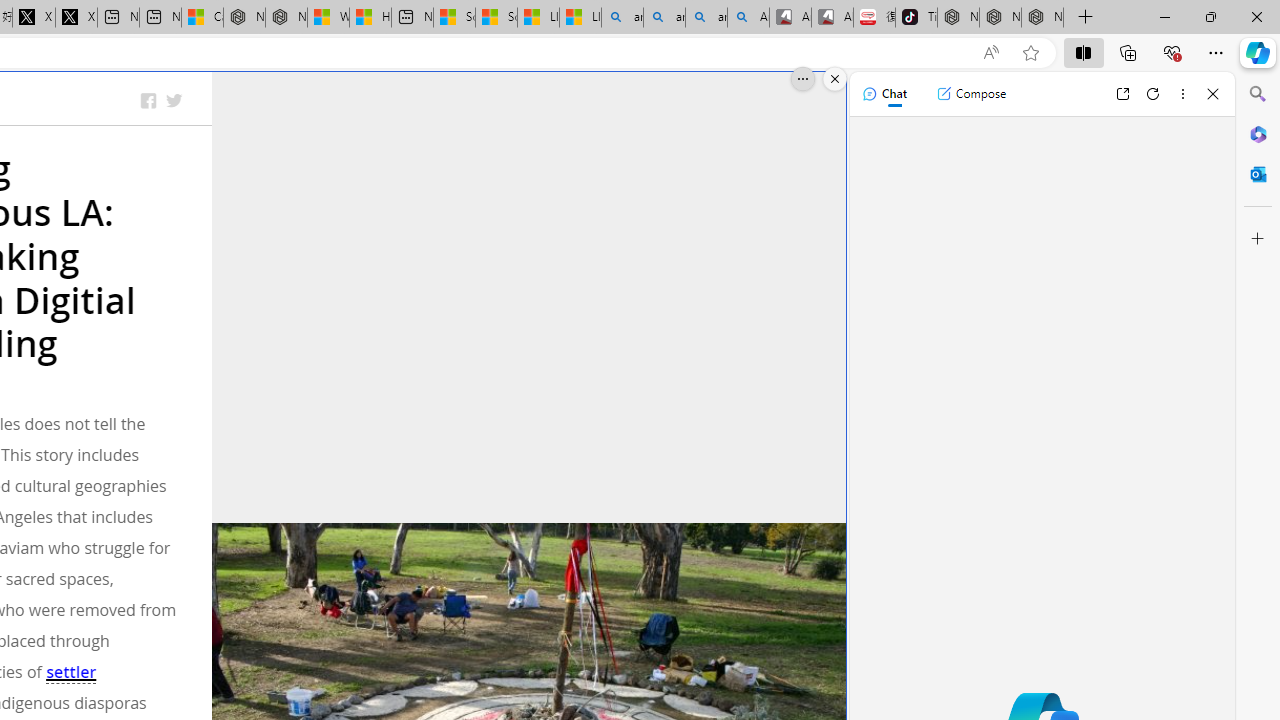 This screenshot has width=1280, height=720. What do you see at coordinates (1164, 16) in the screenshot?
I see `'Minimize'` at bounding box center [1164, 16].